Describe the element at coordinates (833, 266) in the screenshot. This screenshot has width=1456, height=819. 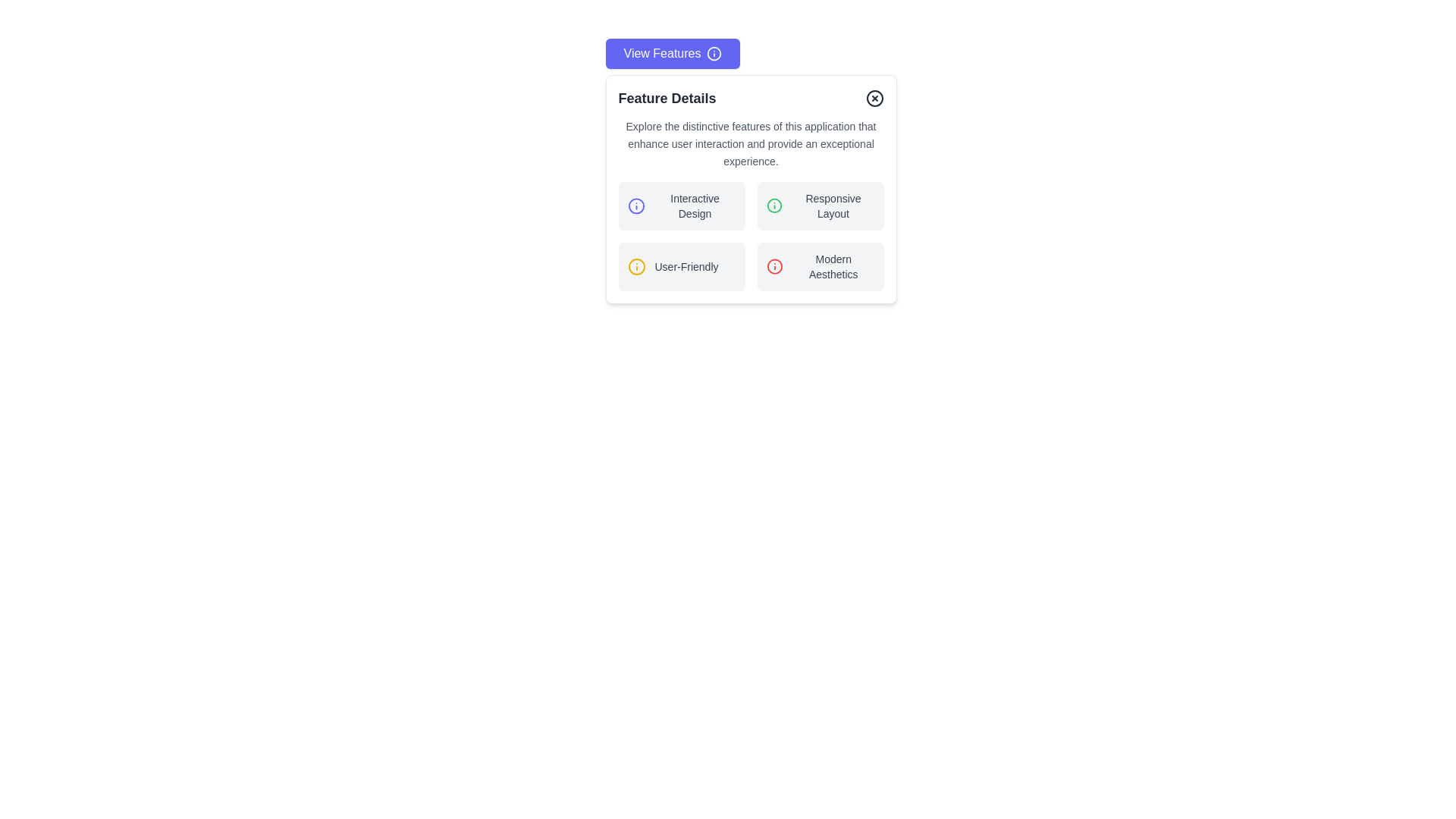
I see `the static text label that describes the 'Modern Aesthetics' feature, located in the bottom-right area of the grid layout, aligned to the right of 'User-Friendly' and below 'Interactive Design'` at that location.